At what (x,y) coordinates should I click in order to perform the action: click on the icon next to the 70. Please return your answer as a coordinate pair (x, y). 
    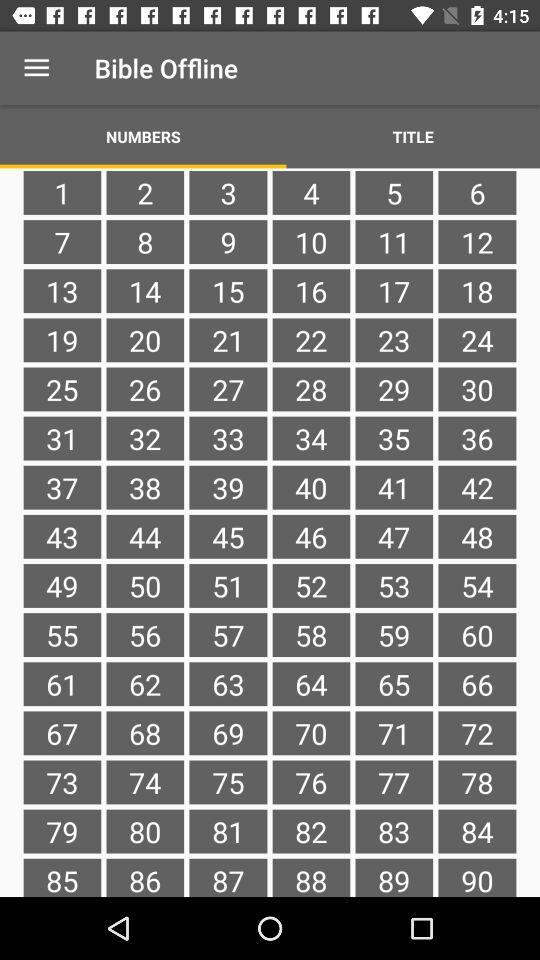
    Looking at the image, I should click on (394, 782).